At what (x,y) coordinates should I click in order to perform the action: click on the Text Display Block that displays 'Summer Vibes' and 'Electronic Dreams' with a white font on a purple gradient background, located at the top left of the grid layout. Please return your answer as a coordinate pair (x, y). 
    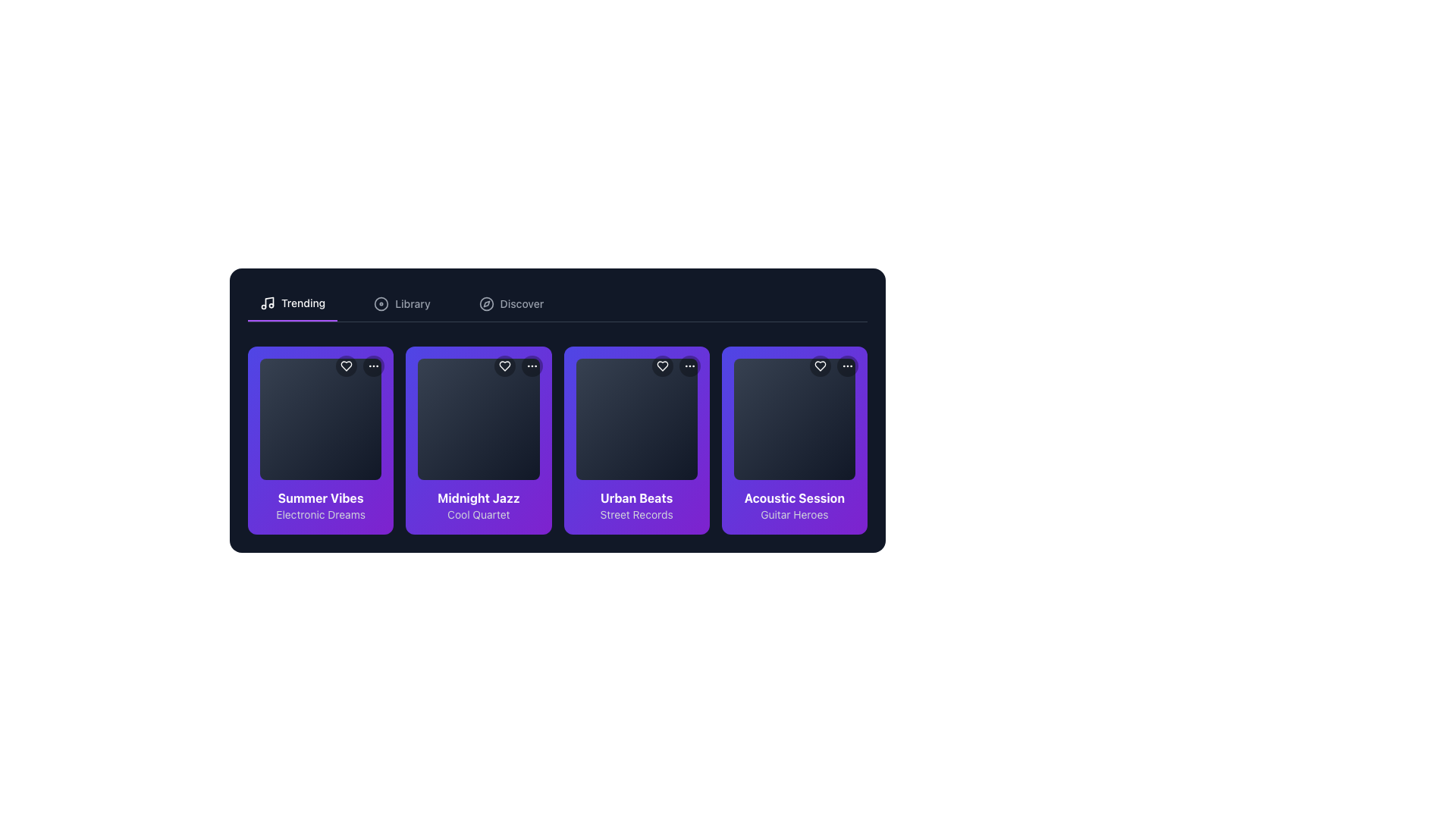
    Looking at the image, I should click on (320, 506).